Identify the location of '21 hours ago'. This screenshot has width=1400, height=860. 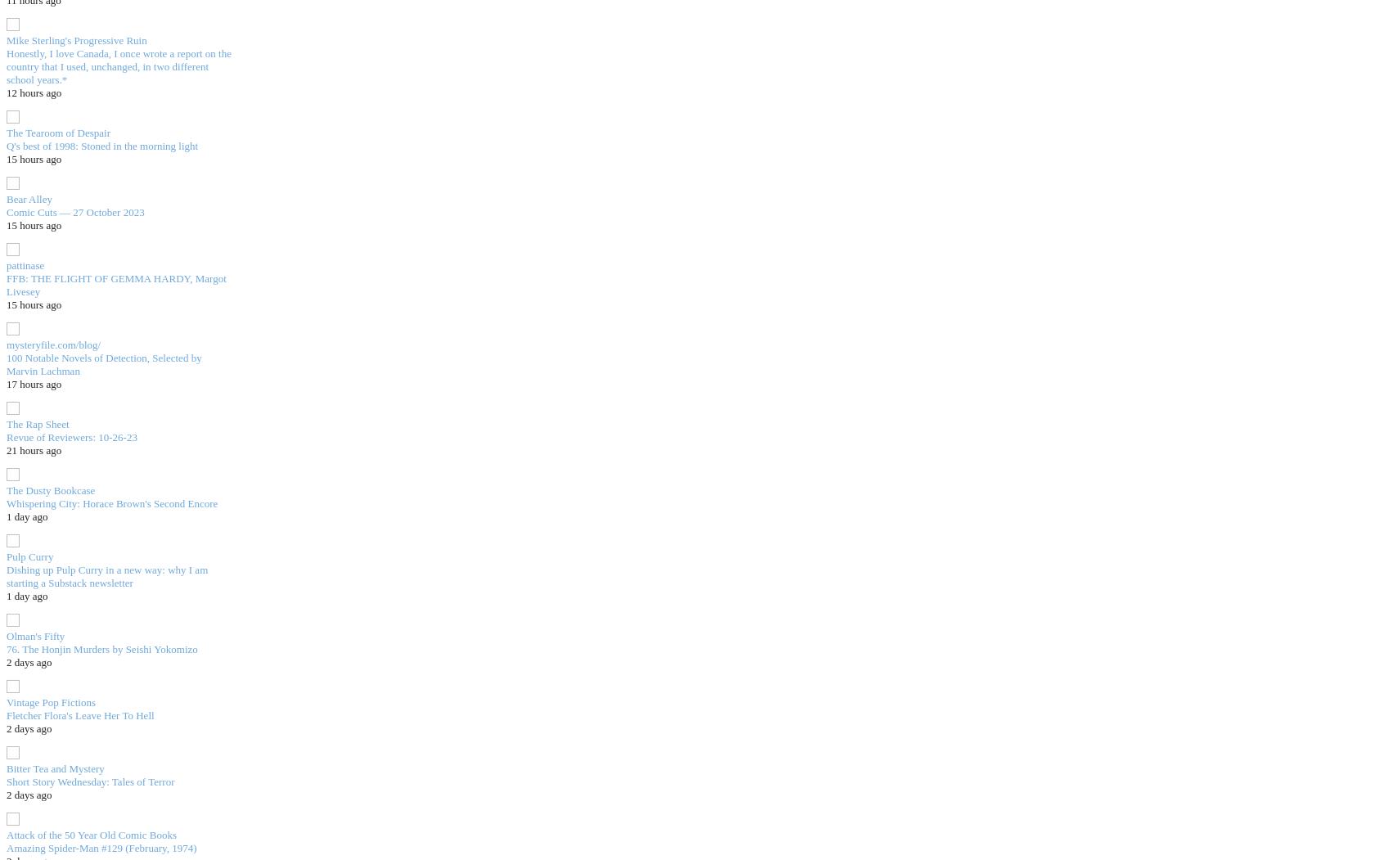
(33, 448).